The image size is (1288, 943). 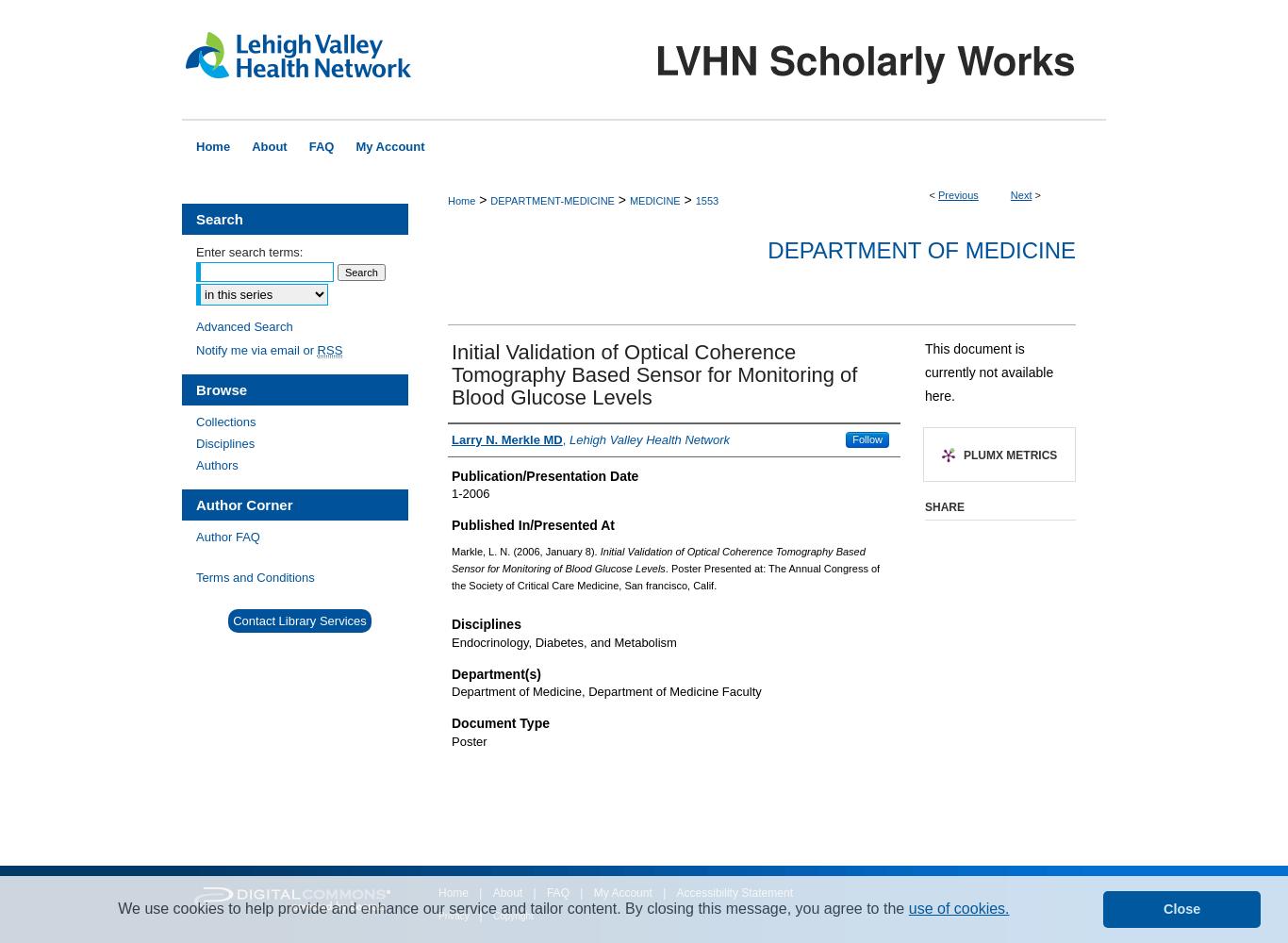 What do you see at coordinates (665, 575) in the screenshot?
I see `'. Poster Presented at: The Annual Congress of the Society of Critical Care Medicine, San francisco, Calif.'` at bounding box center [665, 575].